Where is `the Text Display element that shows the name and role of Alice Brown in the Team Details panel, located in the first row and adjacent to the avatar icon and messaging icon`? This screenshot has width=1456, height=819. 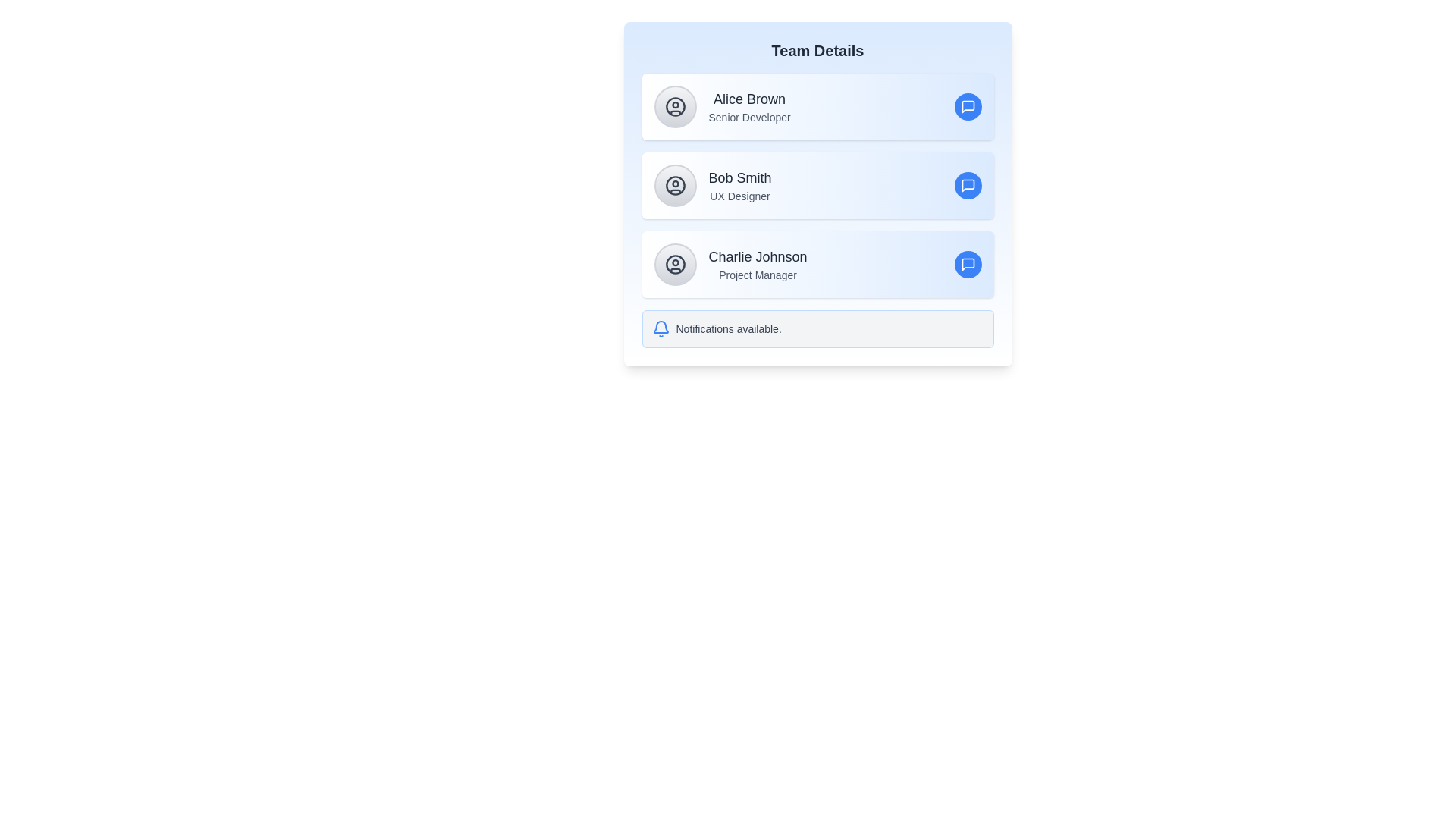
the Text Display element that shows the name and role of Alice Brown in the Team Details panel, located in the first row and adjacent to the avatar icon and messaging icon is located at coordinates (749, 106).